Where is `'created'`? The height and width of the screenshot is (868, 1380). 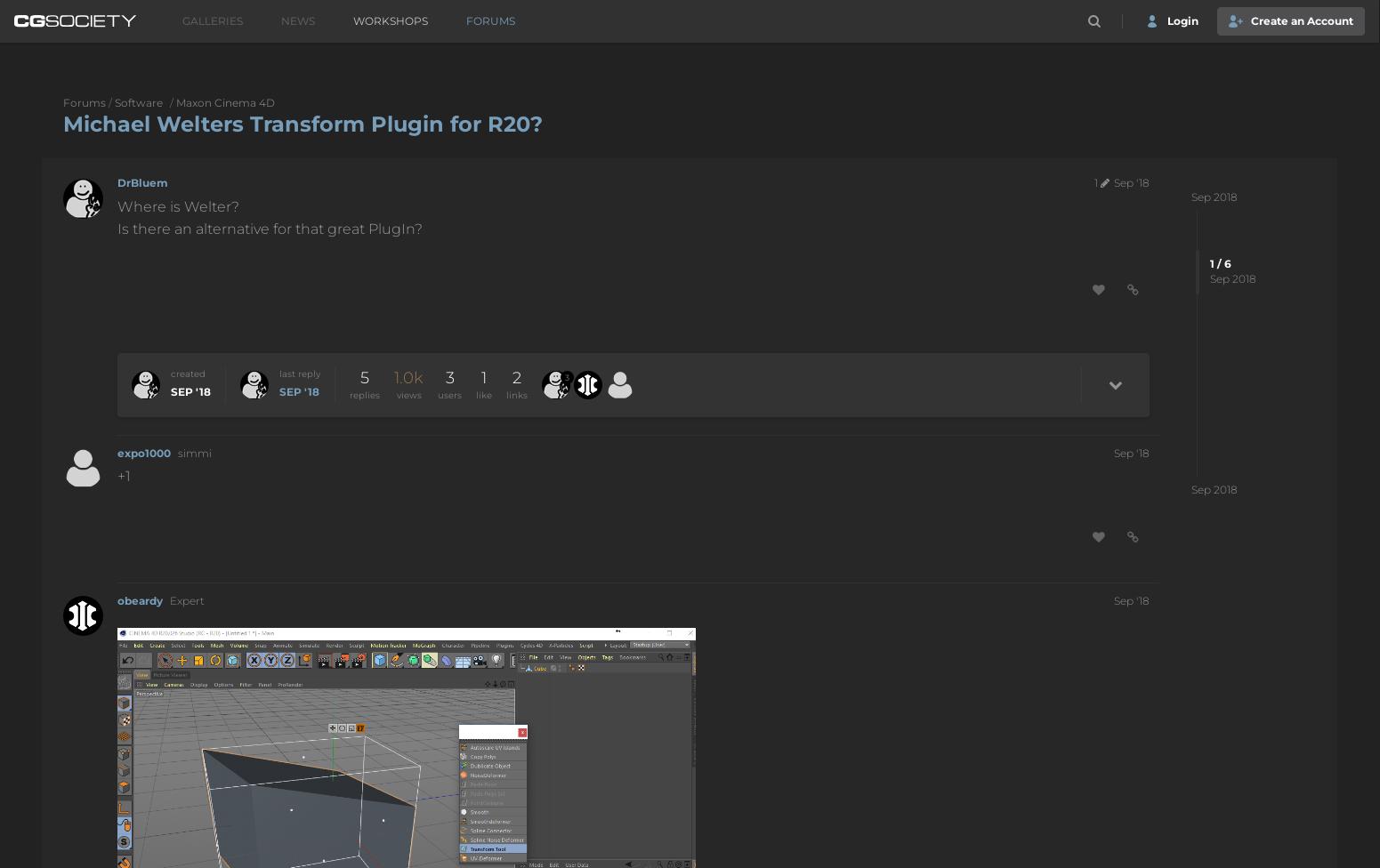 'created' is located at coordinates (187, 372).